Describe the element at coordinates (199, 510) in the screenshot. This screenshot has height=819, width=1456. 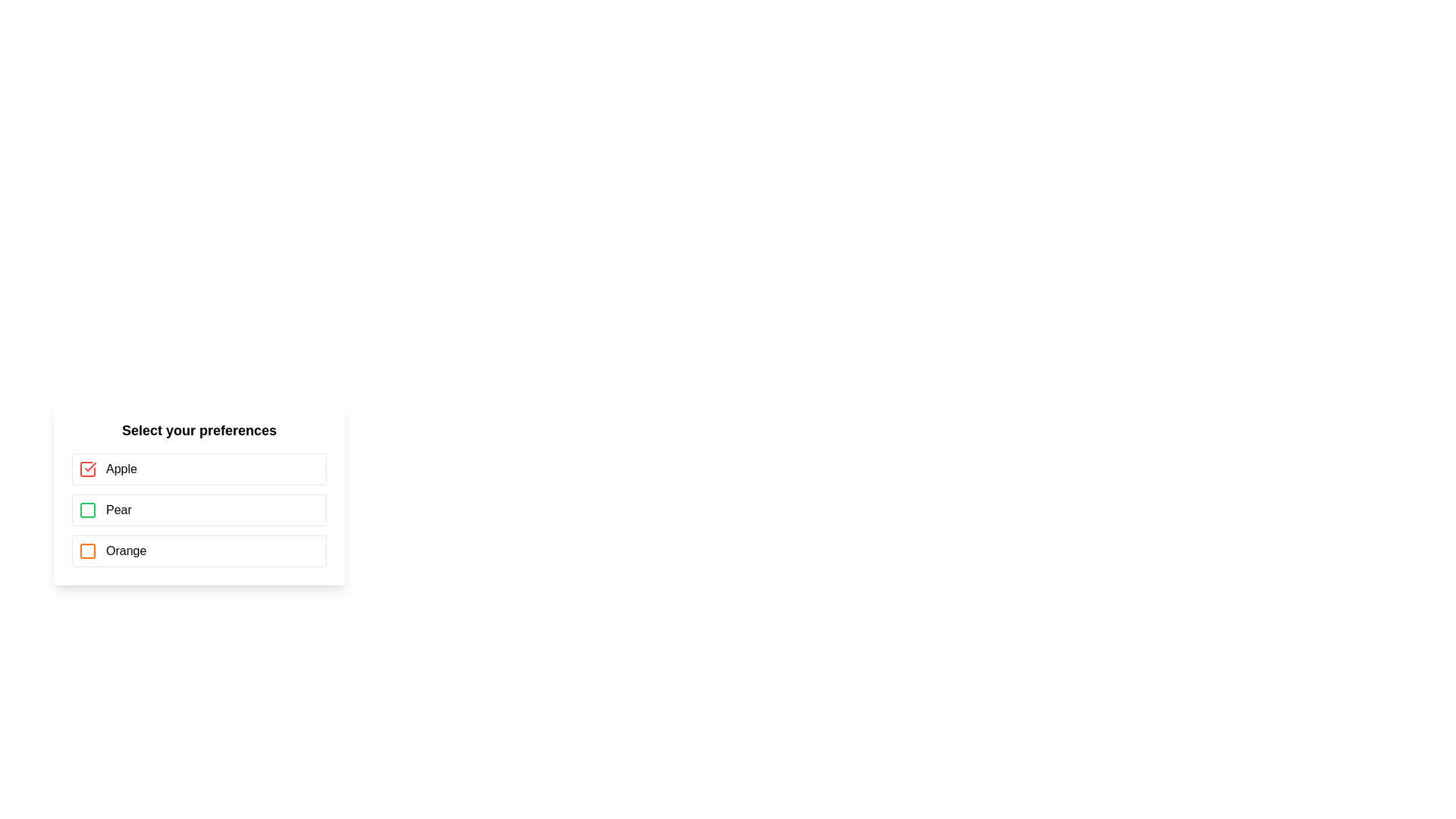
I see `the checkbox of the second list item labeled 'Pear'` at that location.